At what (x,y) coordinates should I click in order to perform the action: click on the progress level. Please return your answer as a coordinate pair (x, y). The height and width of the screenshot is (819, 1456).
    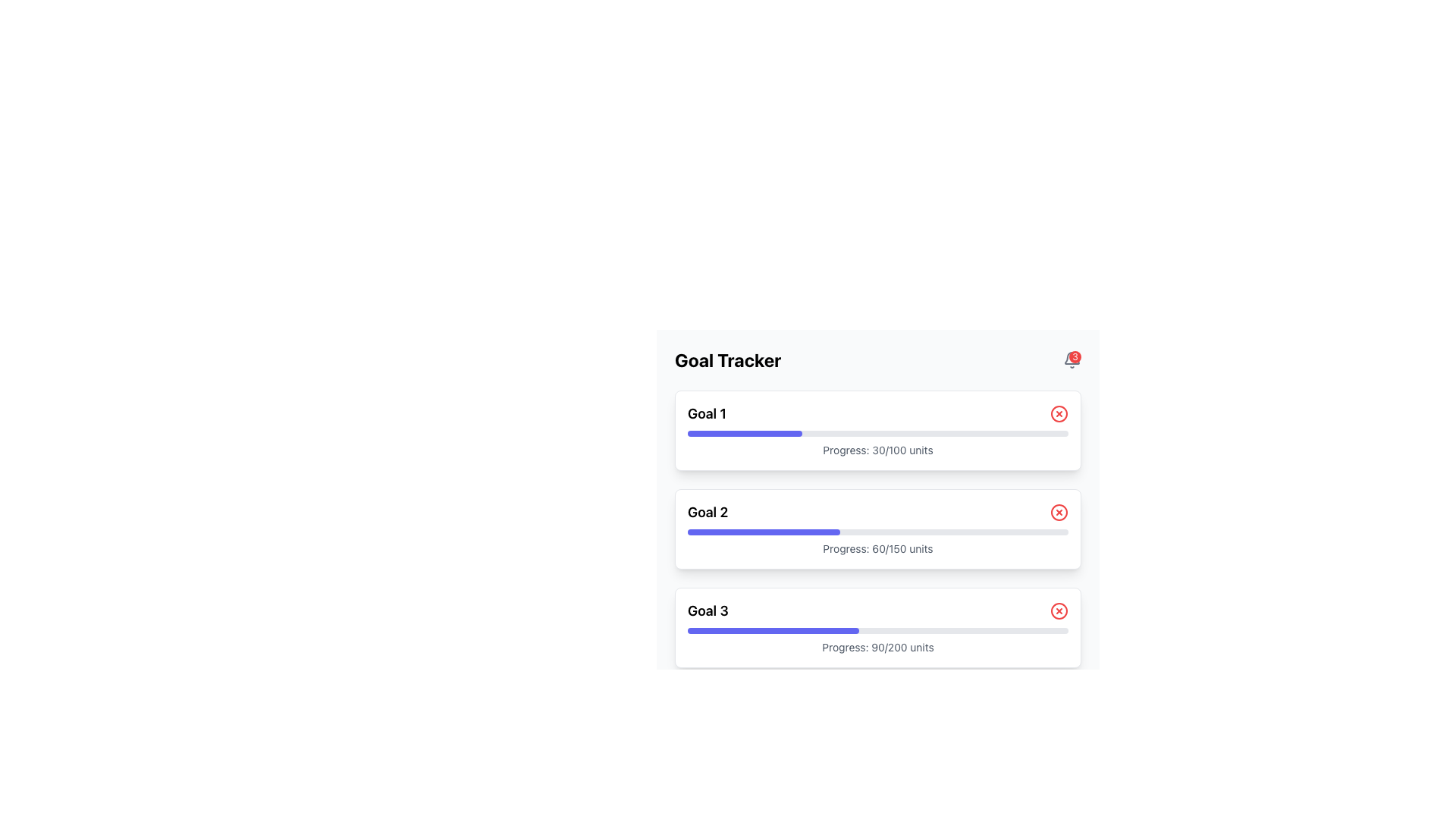
    Looking at the image, I should click on (777, 532).